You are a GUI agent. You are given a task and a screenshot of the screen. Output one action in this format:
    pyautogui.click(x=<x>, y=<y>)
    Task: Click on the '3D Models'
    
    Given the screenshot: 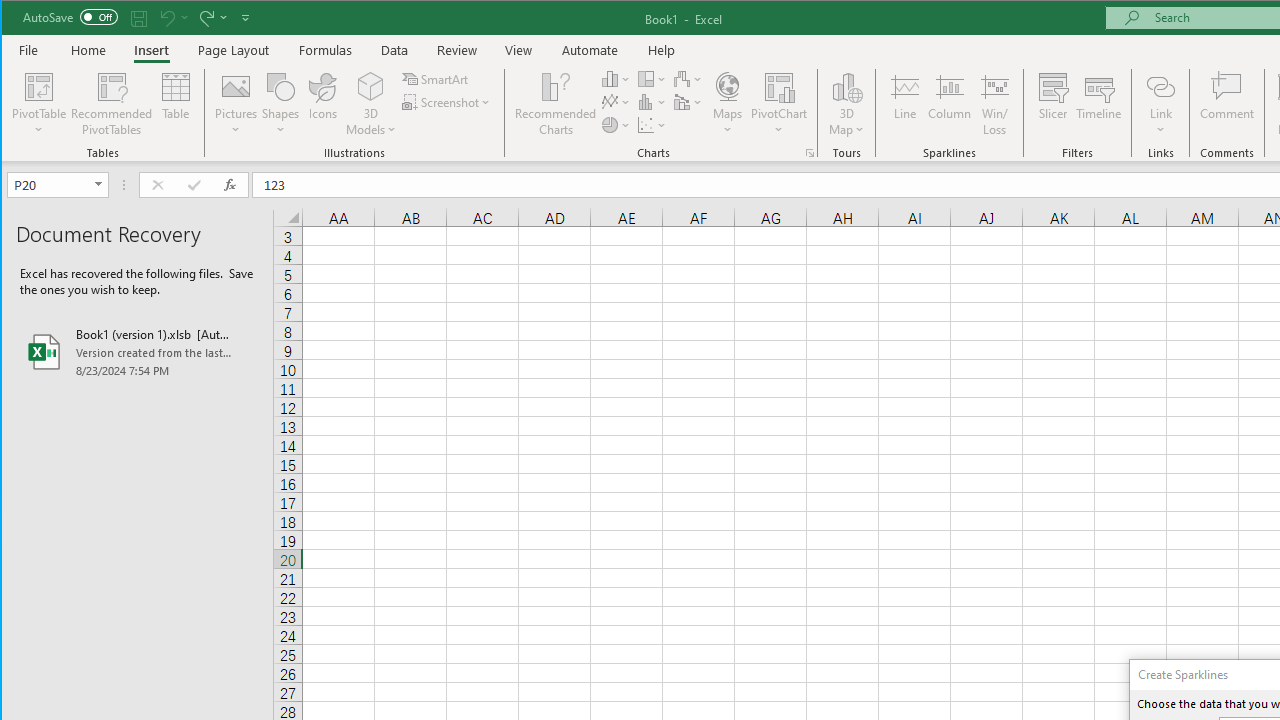 What is the action you would take?
    pyautogui.click(x=371, y=85)
    